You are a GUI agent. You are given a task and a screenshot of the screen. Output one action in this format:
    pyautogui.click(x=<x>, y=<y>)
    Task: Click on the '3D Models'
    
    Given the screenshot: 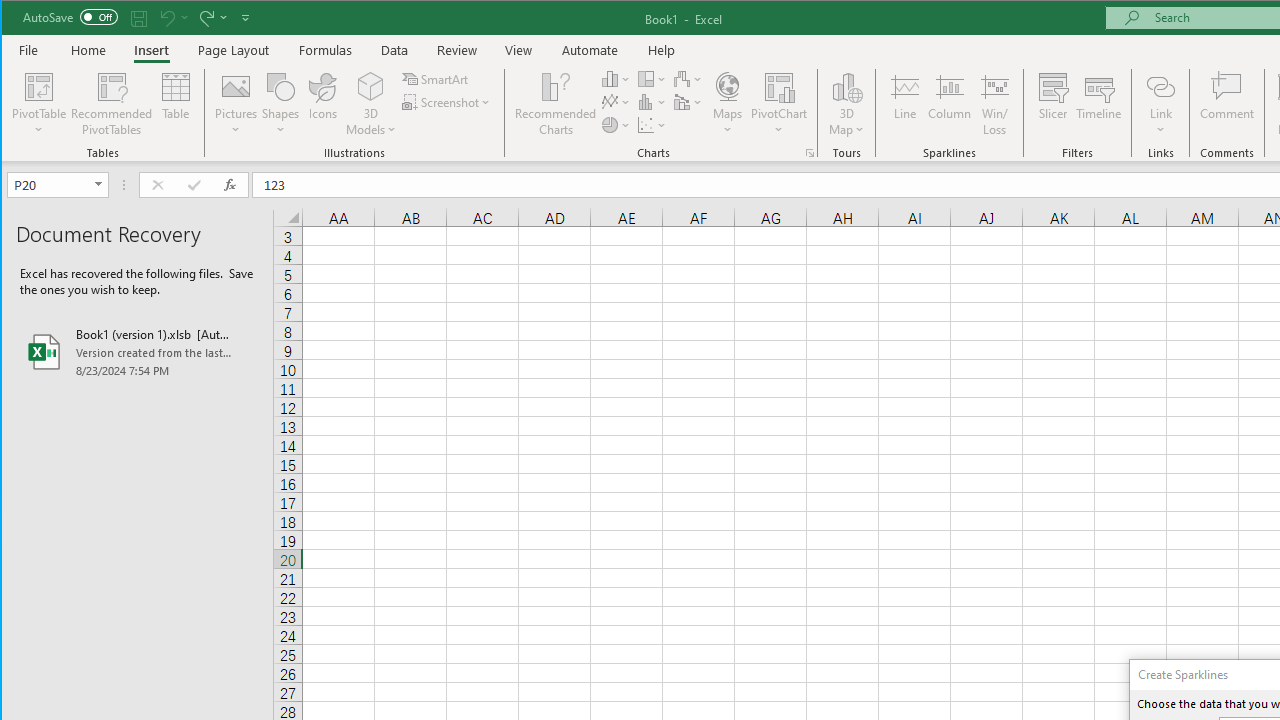 What is the action you would take?
    pyautogui.click(x=371, y=85)
    